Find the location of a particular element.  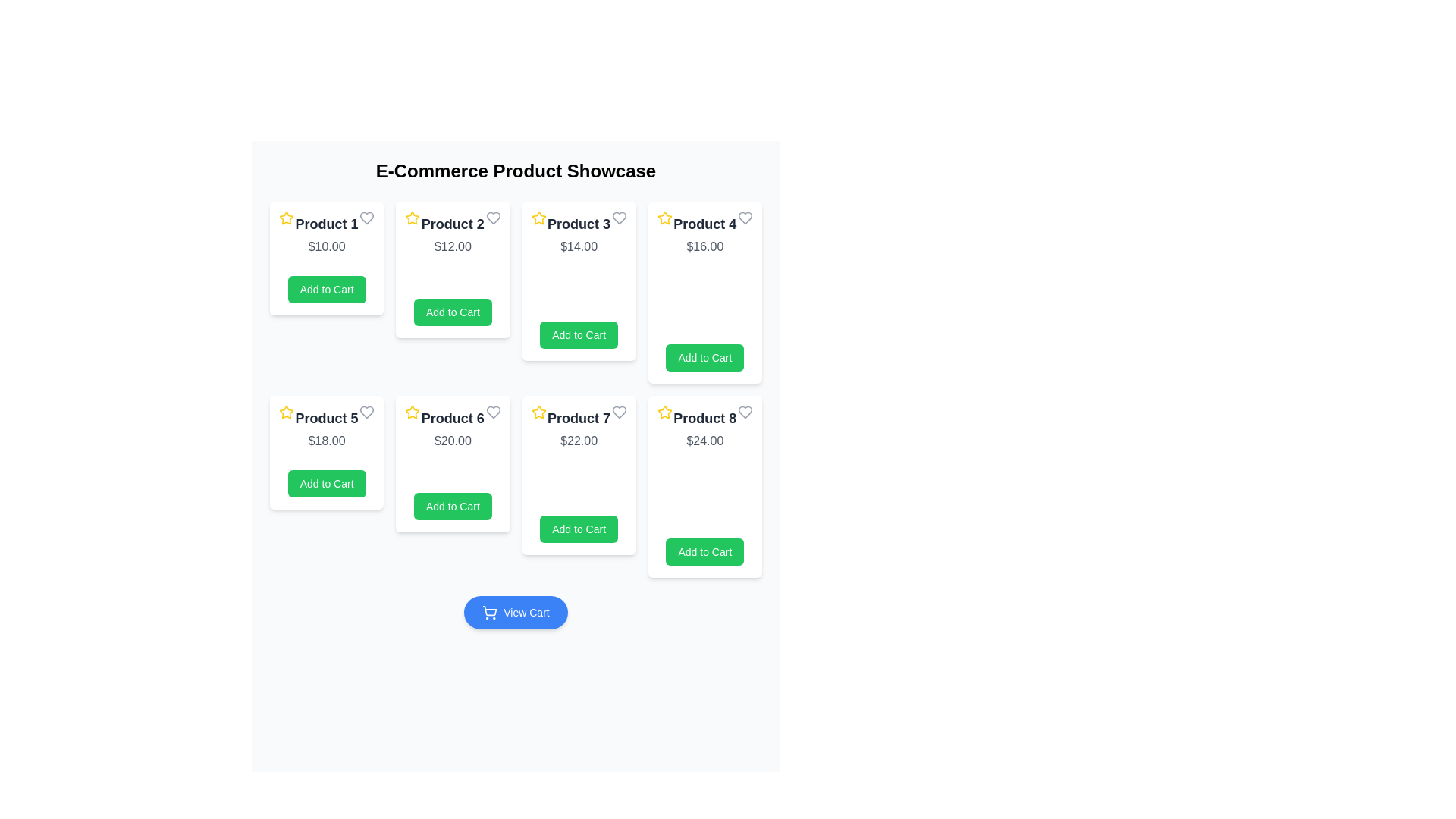

text label 'Product 3' which is styled in bold dark gray color and located at the top center of a product card in the second column of the first row of a grid layout is located at coordinates (578, 224).